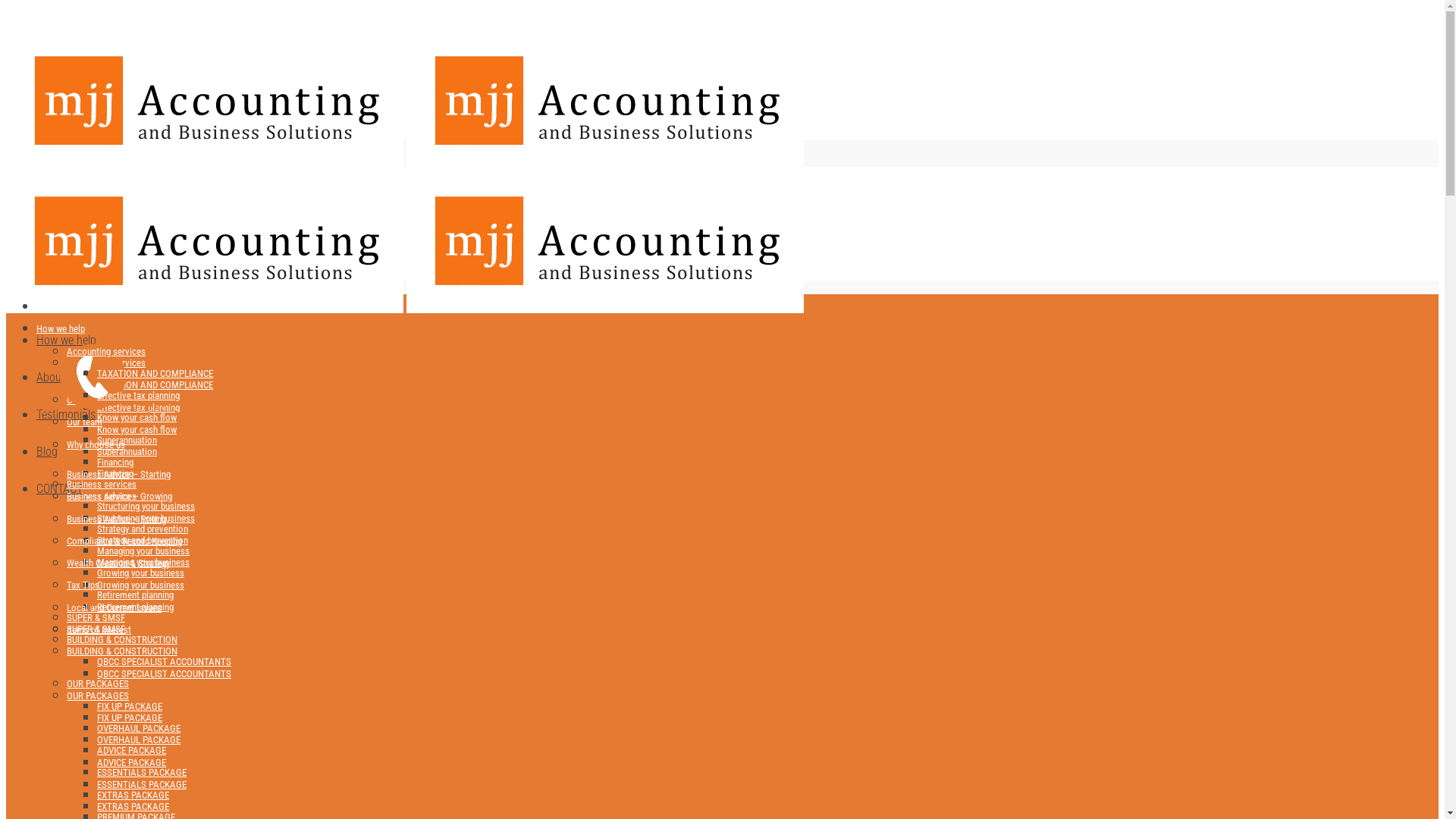 The height and width of the screenshot is (819, 1456). Describe the element at coordinates (105, 362) in the screenshot. I see `'Accounting services'` at that location.